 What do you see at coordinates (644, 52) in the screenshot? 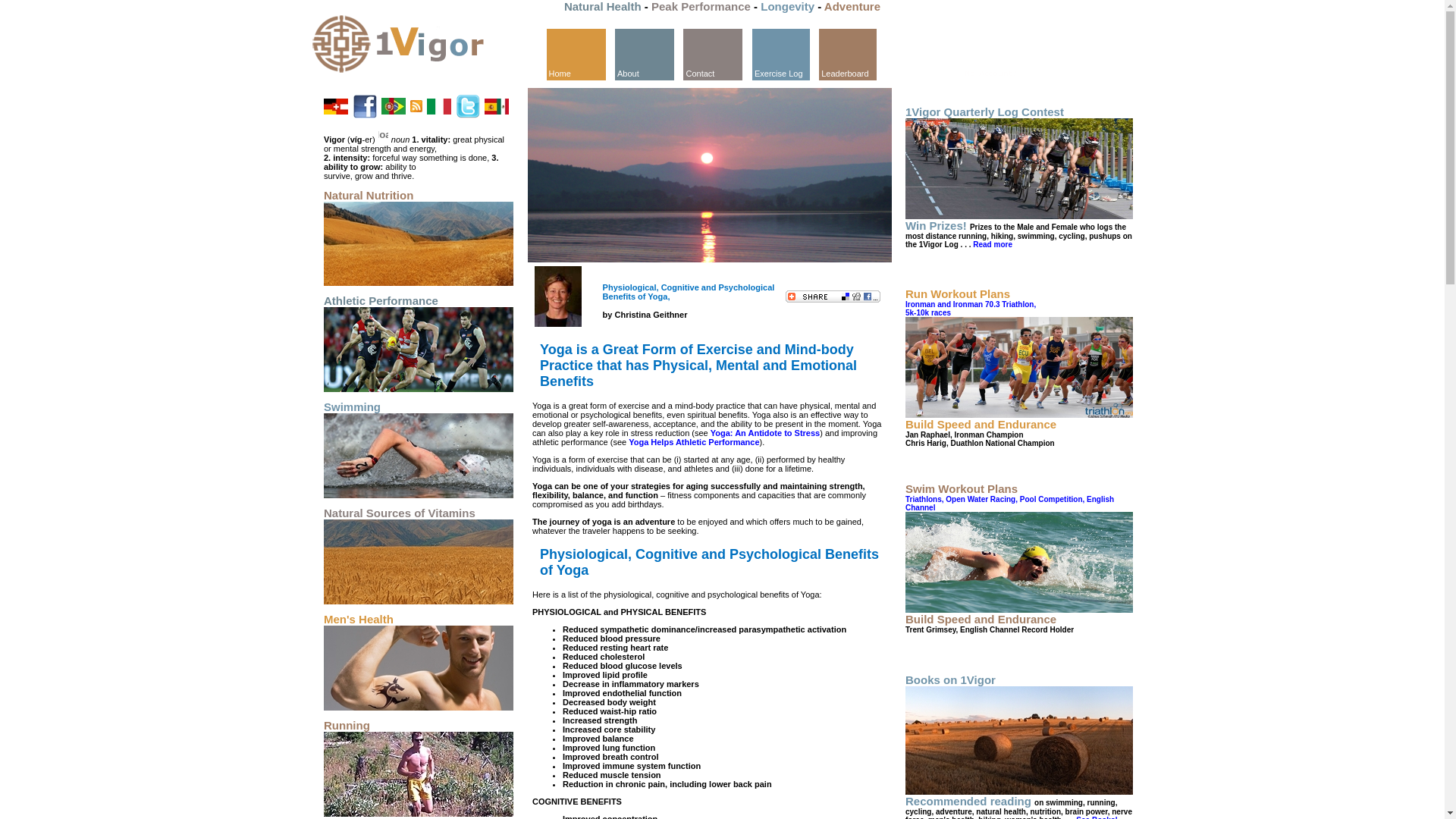
I see `'About'` at bounding box center [644, 52].